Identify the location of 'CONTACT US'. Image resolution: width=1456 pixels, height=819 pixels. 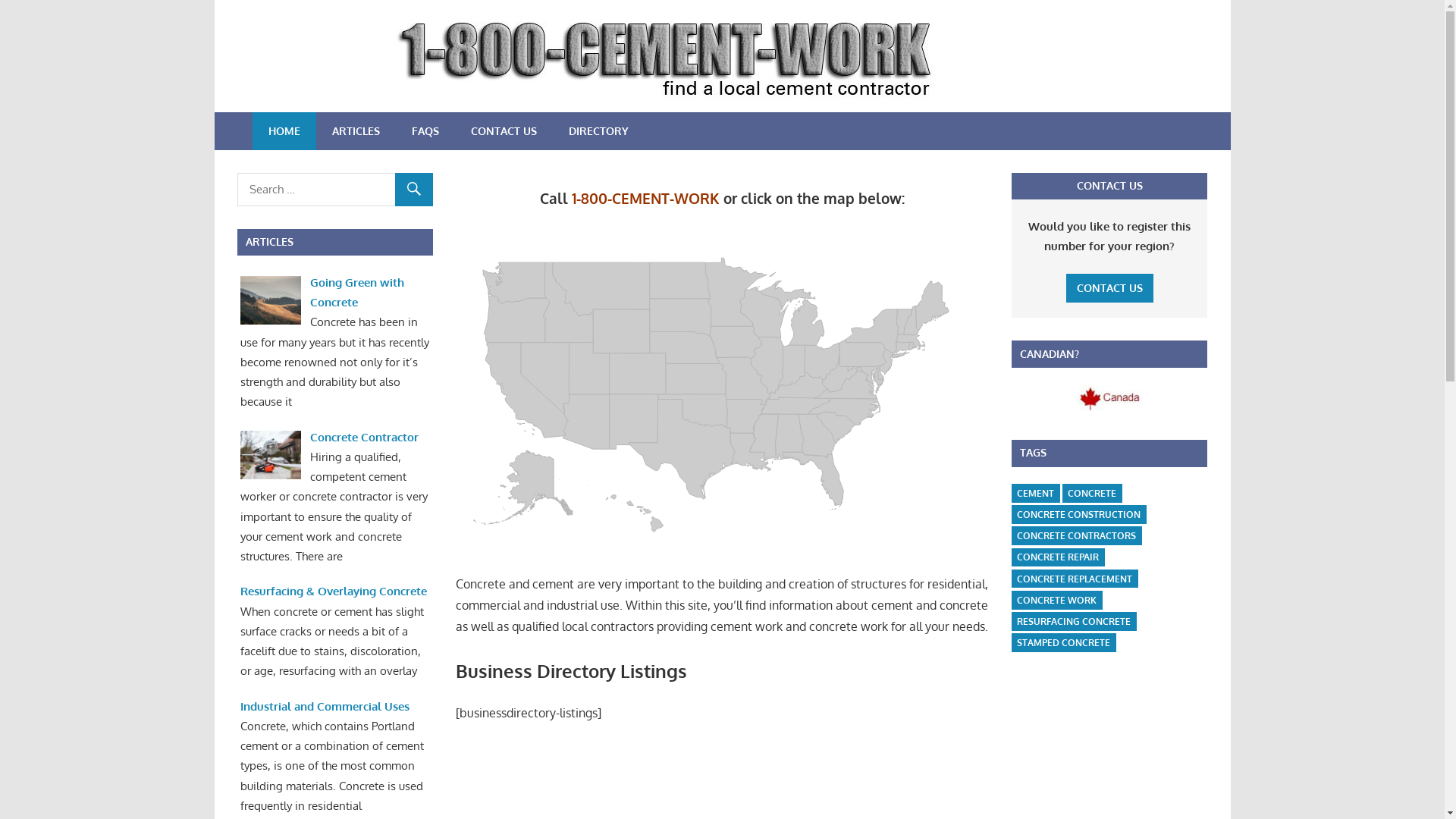
(1109, 288).